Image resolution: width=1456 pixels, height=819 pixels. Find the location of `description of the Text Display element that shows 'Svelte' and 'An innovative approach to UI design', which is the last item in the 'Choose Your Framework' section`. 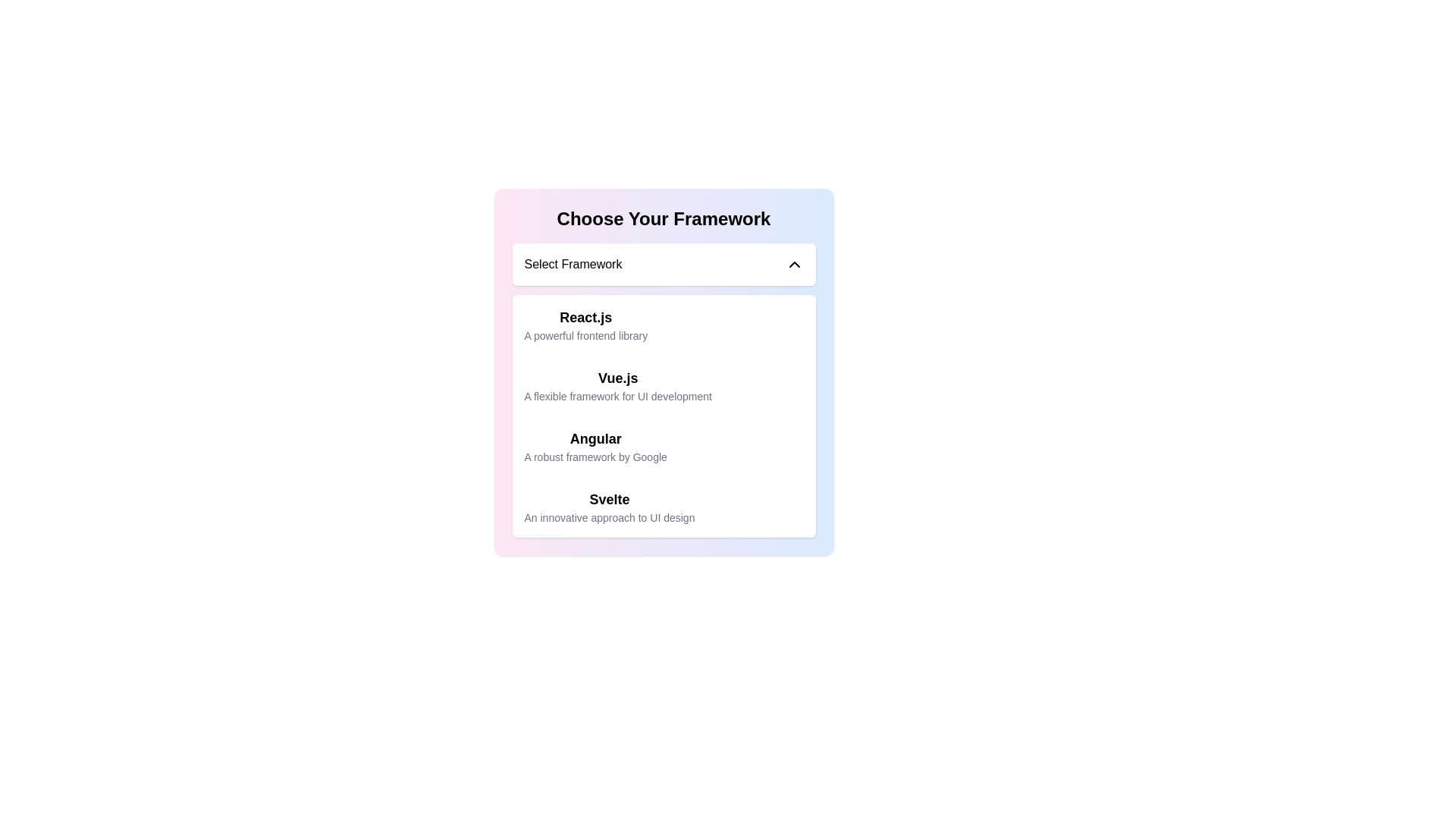

description of the Text Display element that shows 'Svelte' and 'An innovative approach to UI design', which is the last item in the 'Choose Your Framework' section is located at coordinates (609, 507).